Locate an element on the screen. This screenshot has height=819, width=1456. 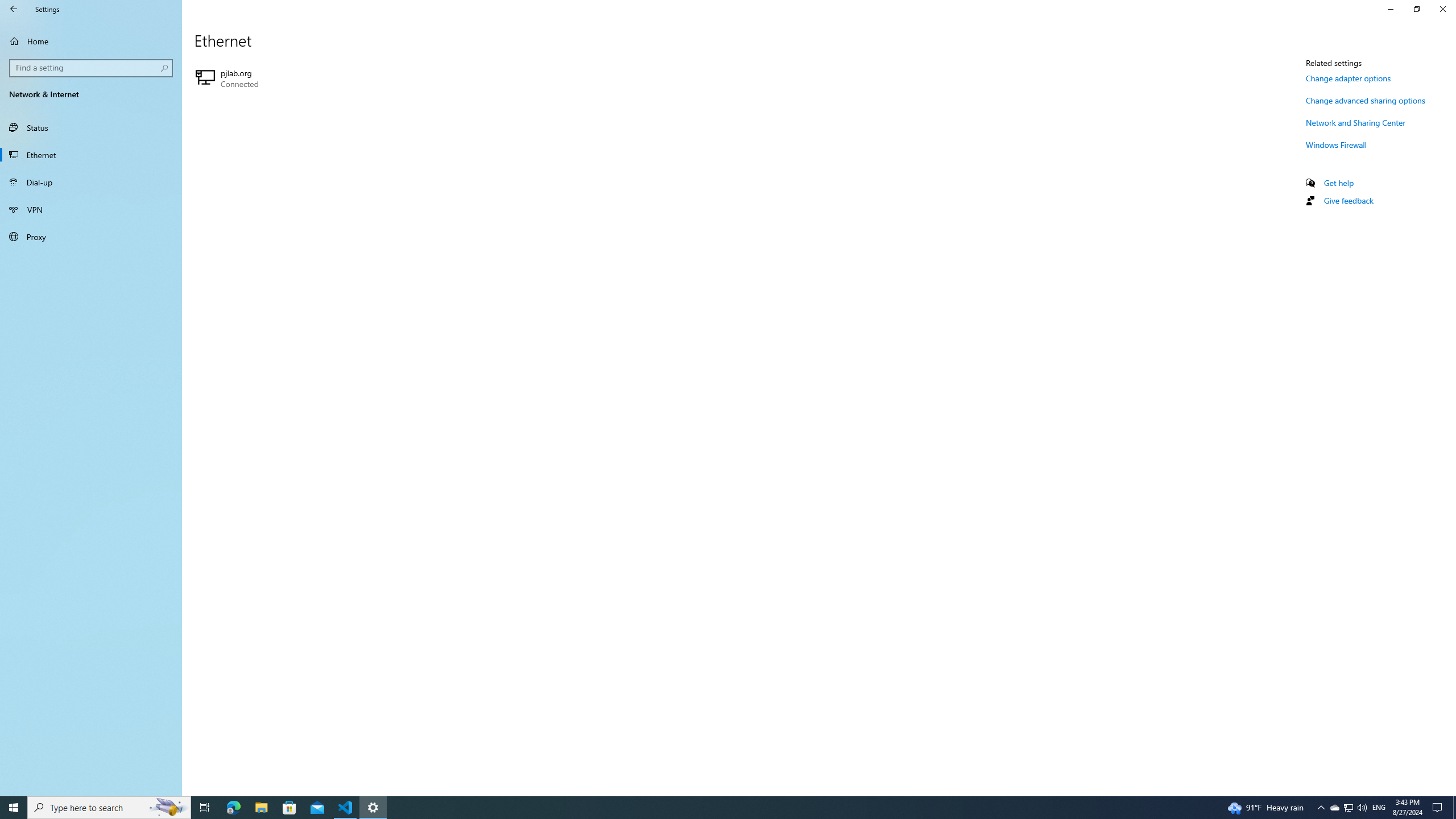
'Give feedback' is located at coordinates (1347, 200).